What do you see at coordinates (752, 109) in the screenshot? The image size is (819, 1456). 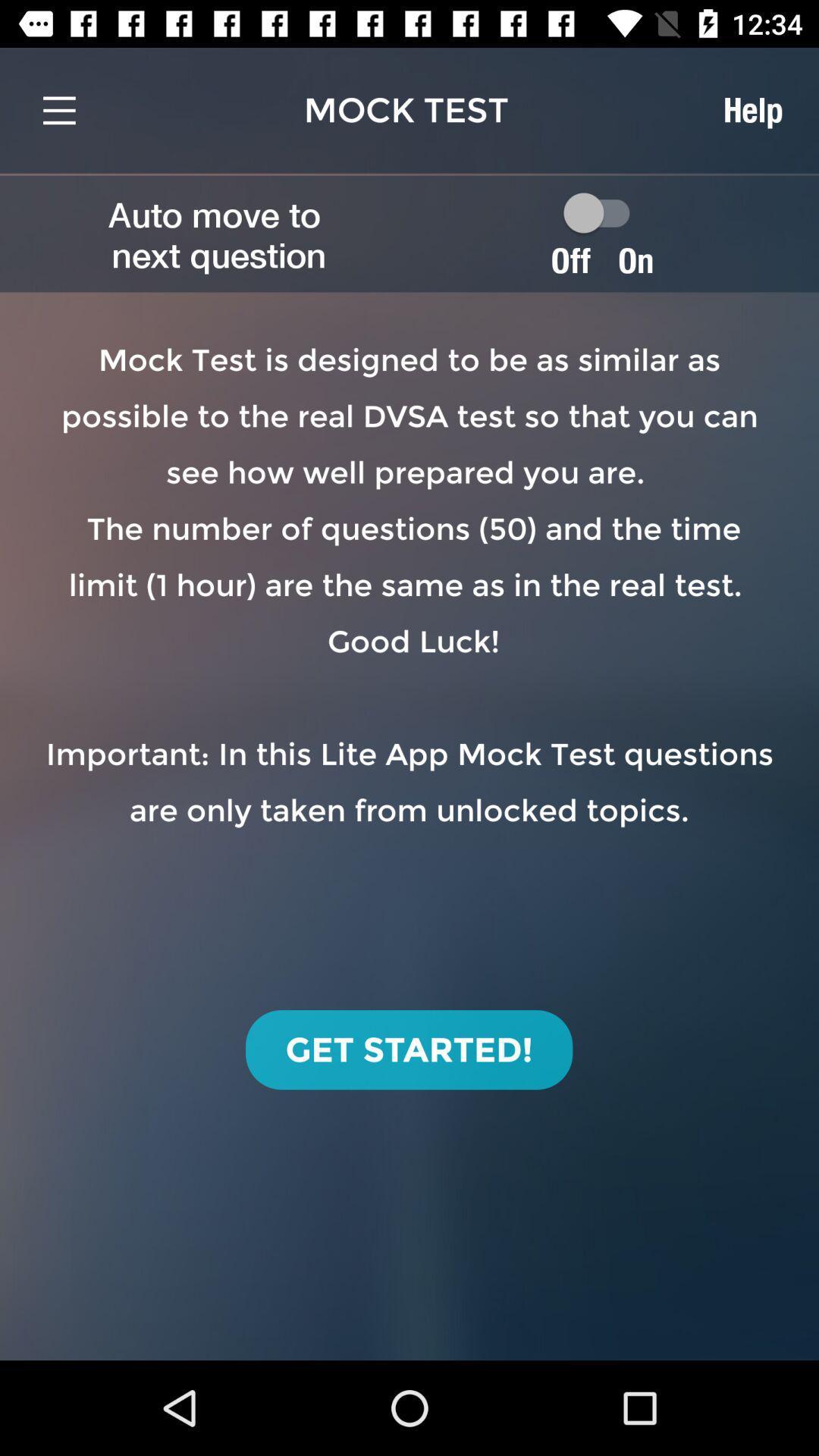 I see `help icon` at bounding box center [752, 109].